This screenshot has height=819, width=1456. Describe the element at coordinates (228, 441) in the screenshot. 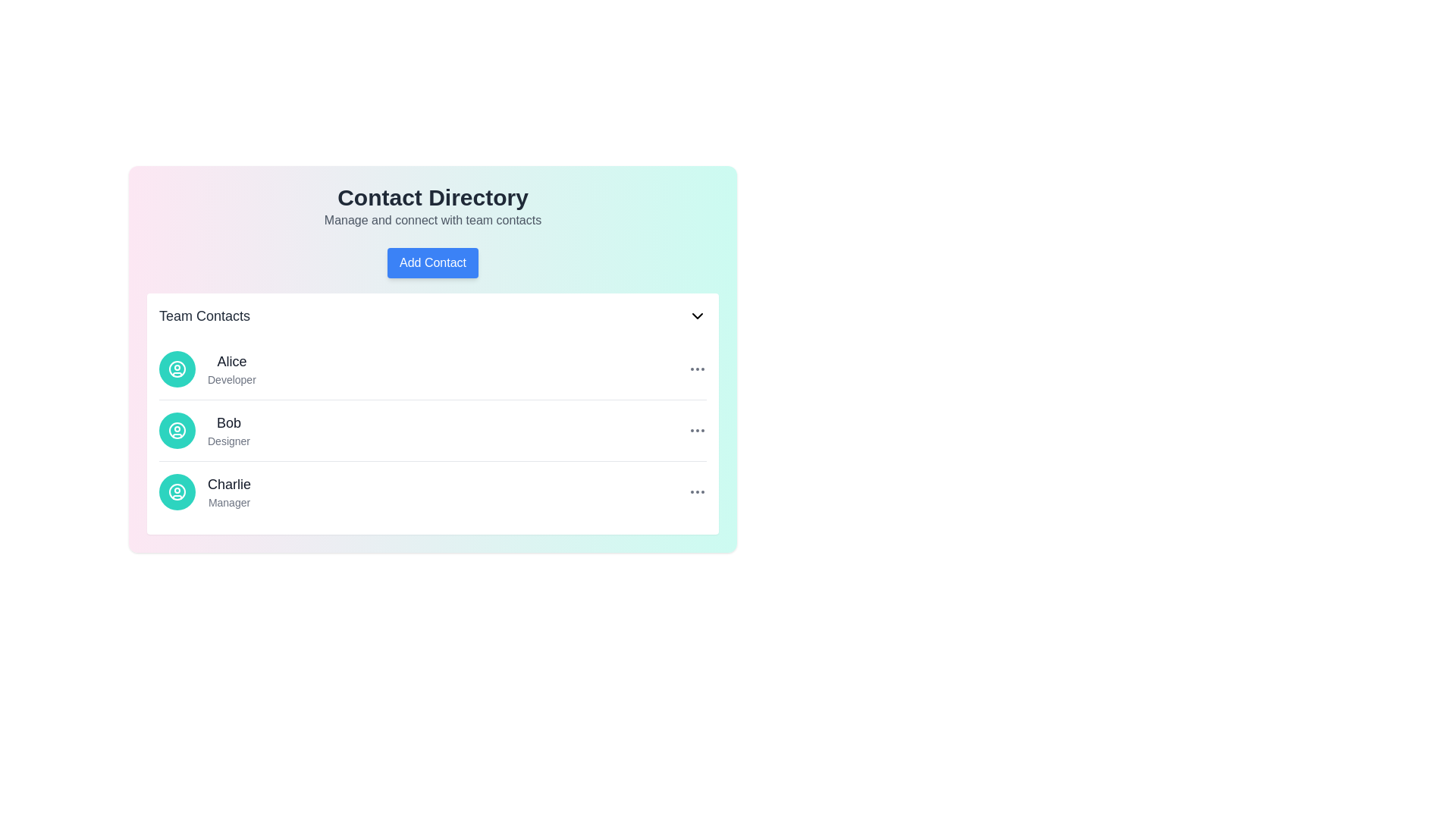

I see `the text label indicating the role or title associated with the user 'Bob', which is located directly under 'Bob' in the 'Team Contacts' list` at that location.